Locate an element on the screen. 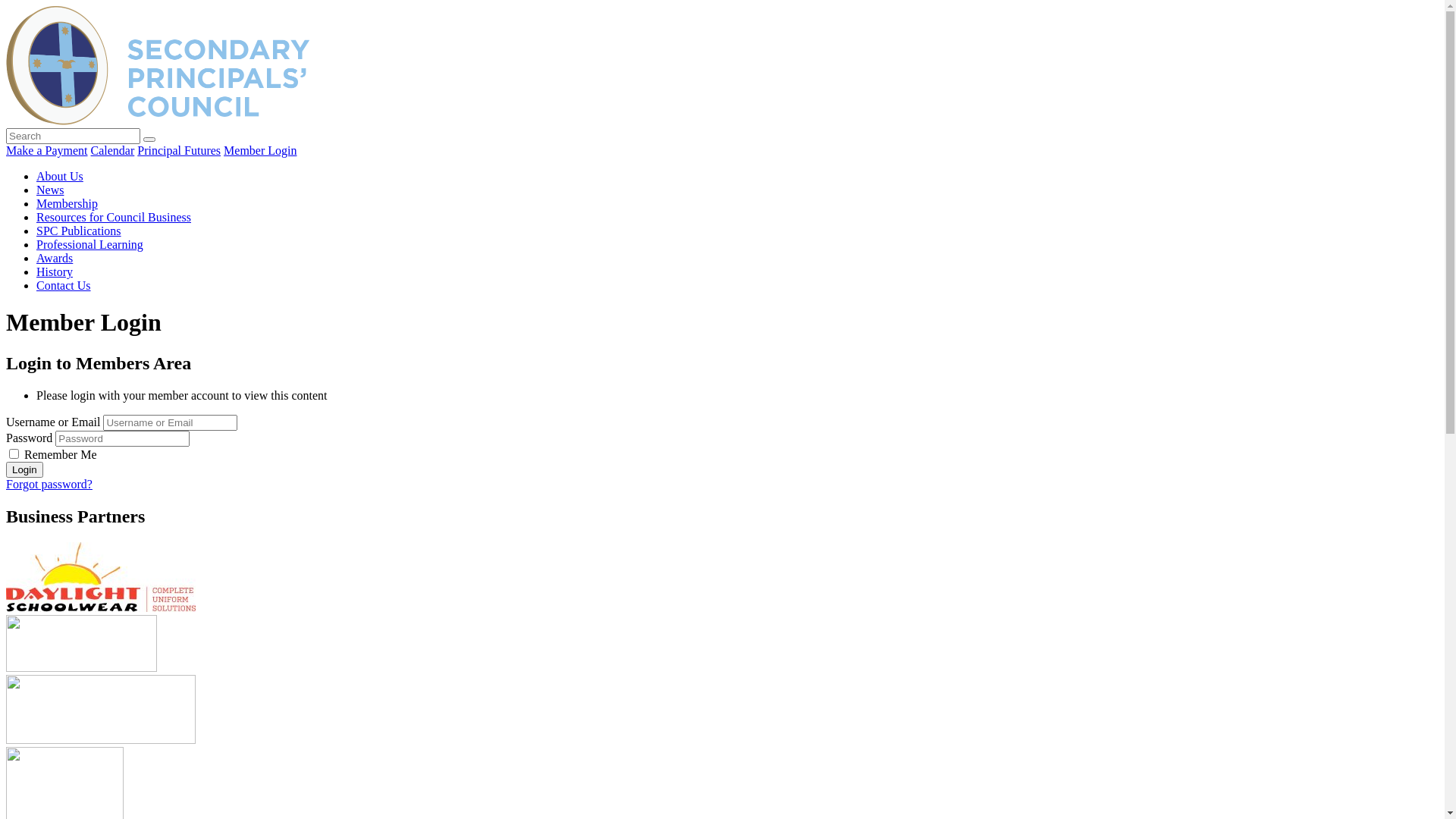  'Professional Learning' is located at coordinates (36, 243).